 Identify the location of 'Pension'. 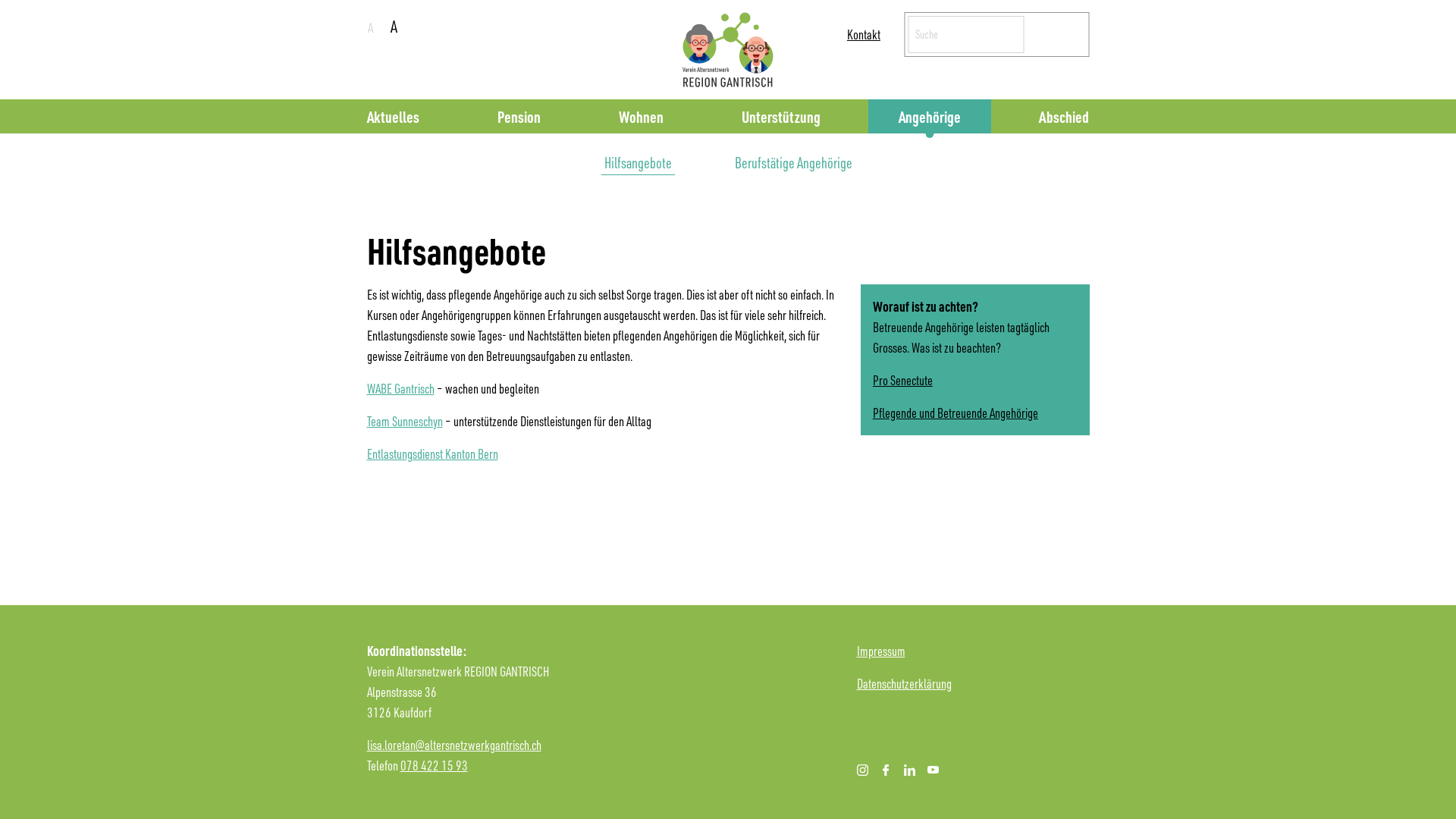
(519, 115).